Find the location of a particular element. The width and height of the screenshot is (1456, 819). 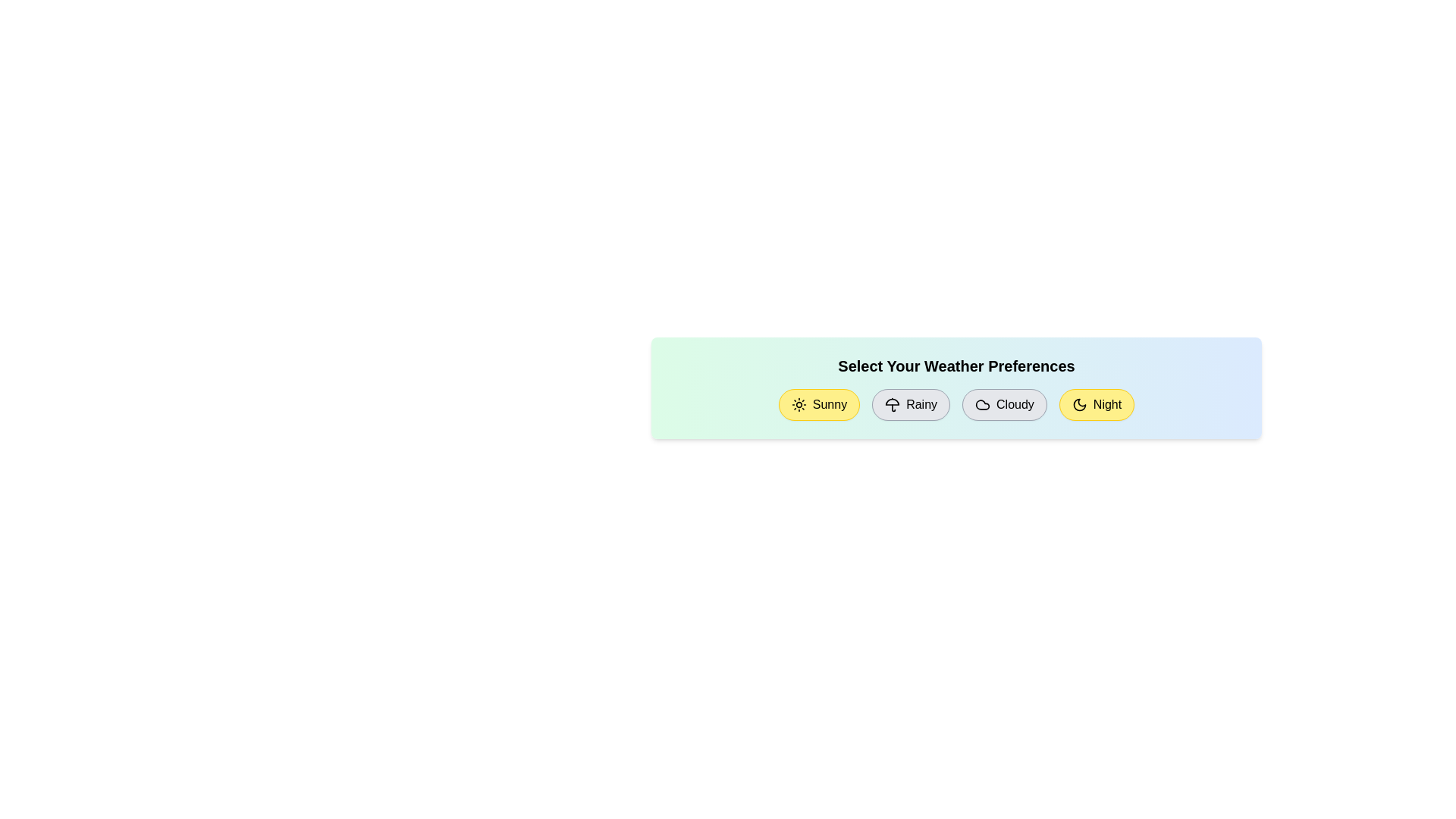

the weather chip corresponding to Rainy is located at coordinates (910, 403).